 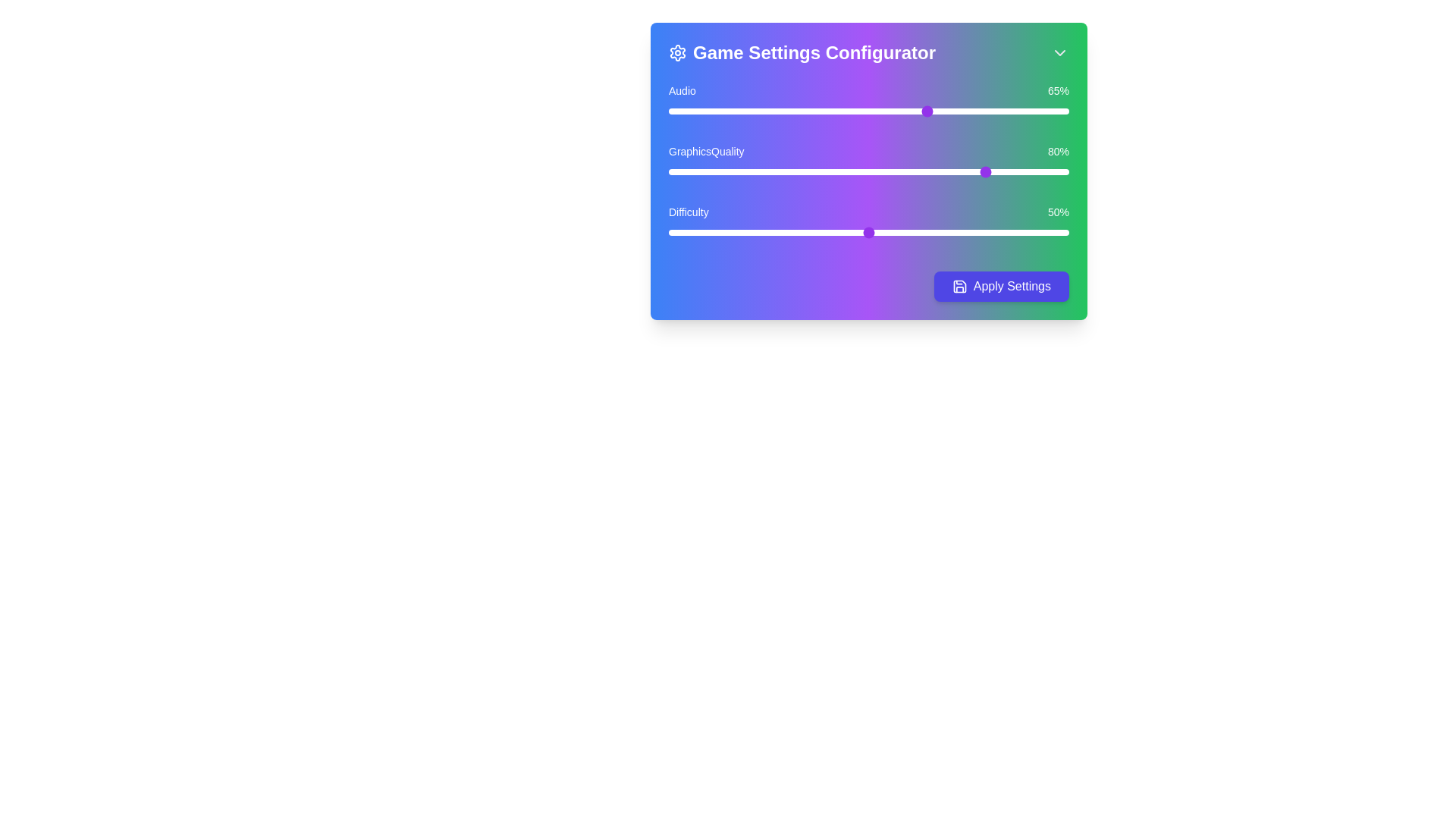 What do you see at coordinates (676, 52) in the screenshot?
I see `the settings gear icon located in the top-left corner of the header bar` at bounding box center [676, 52].